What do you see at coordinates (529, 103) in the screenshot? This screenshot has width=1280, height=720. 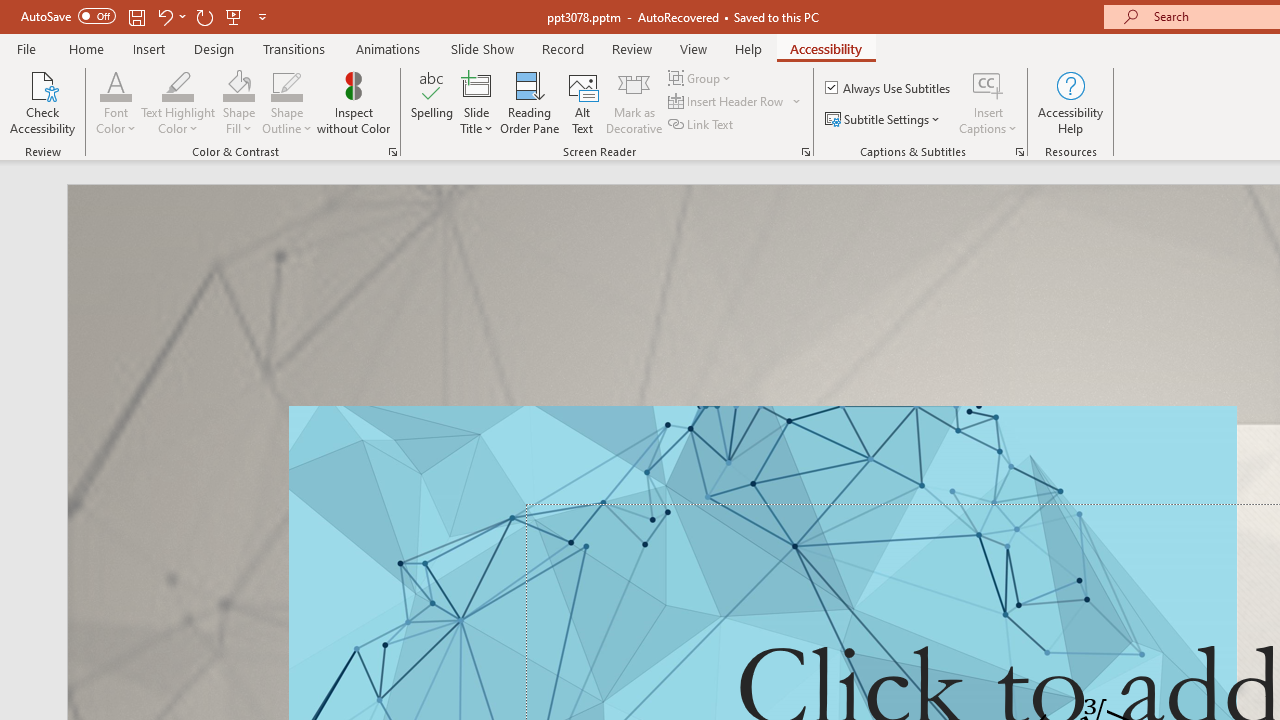 I see `'Reading Order Pane'` at bounding box center [529, 103].